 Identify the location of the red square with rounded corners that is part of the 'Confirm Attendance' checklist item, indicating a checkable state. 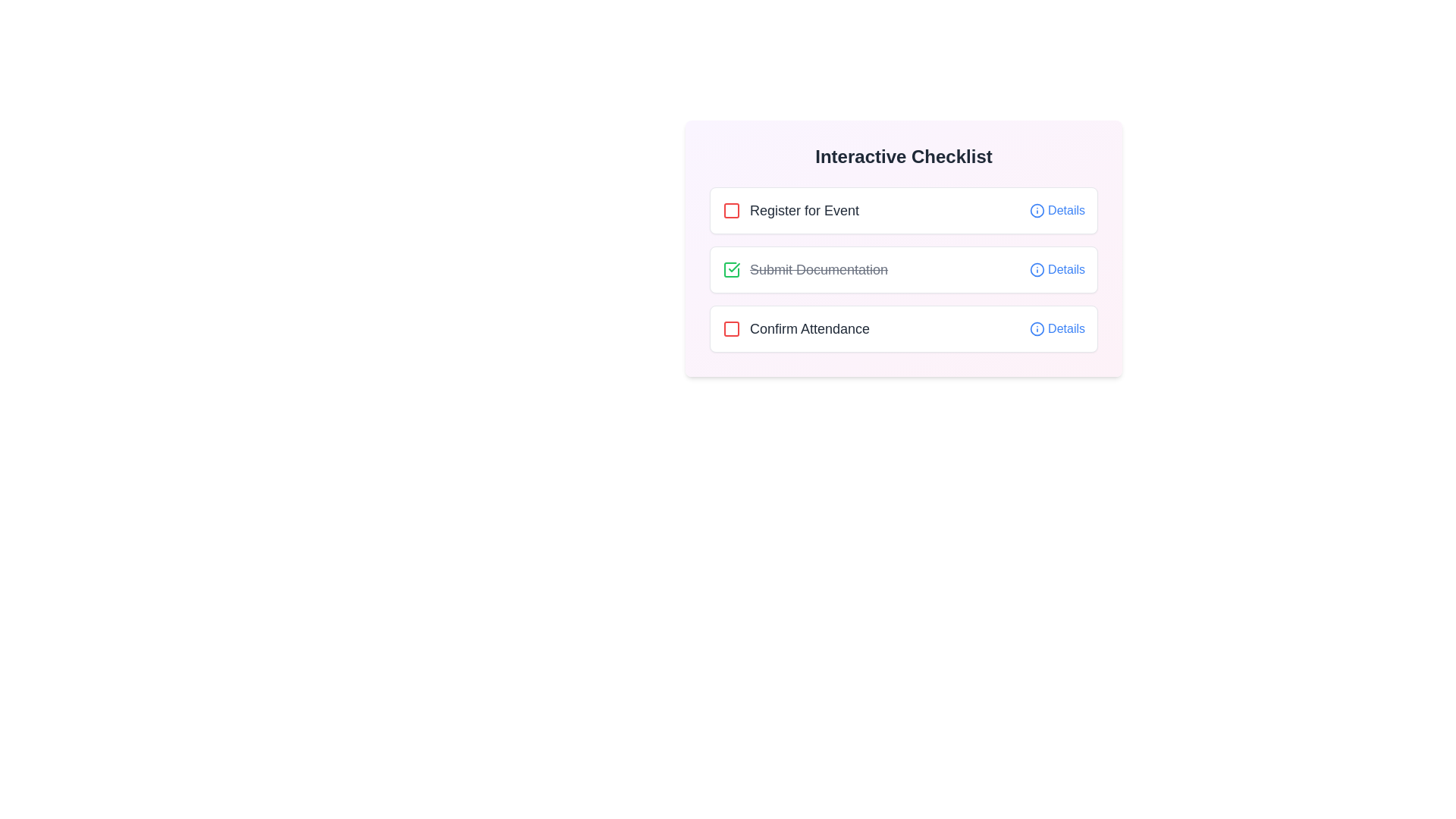
(731, 328).